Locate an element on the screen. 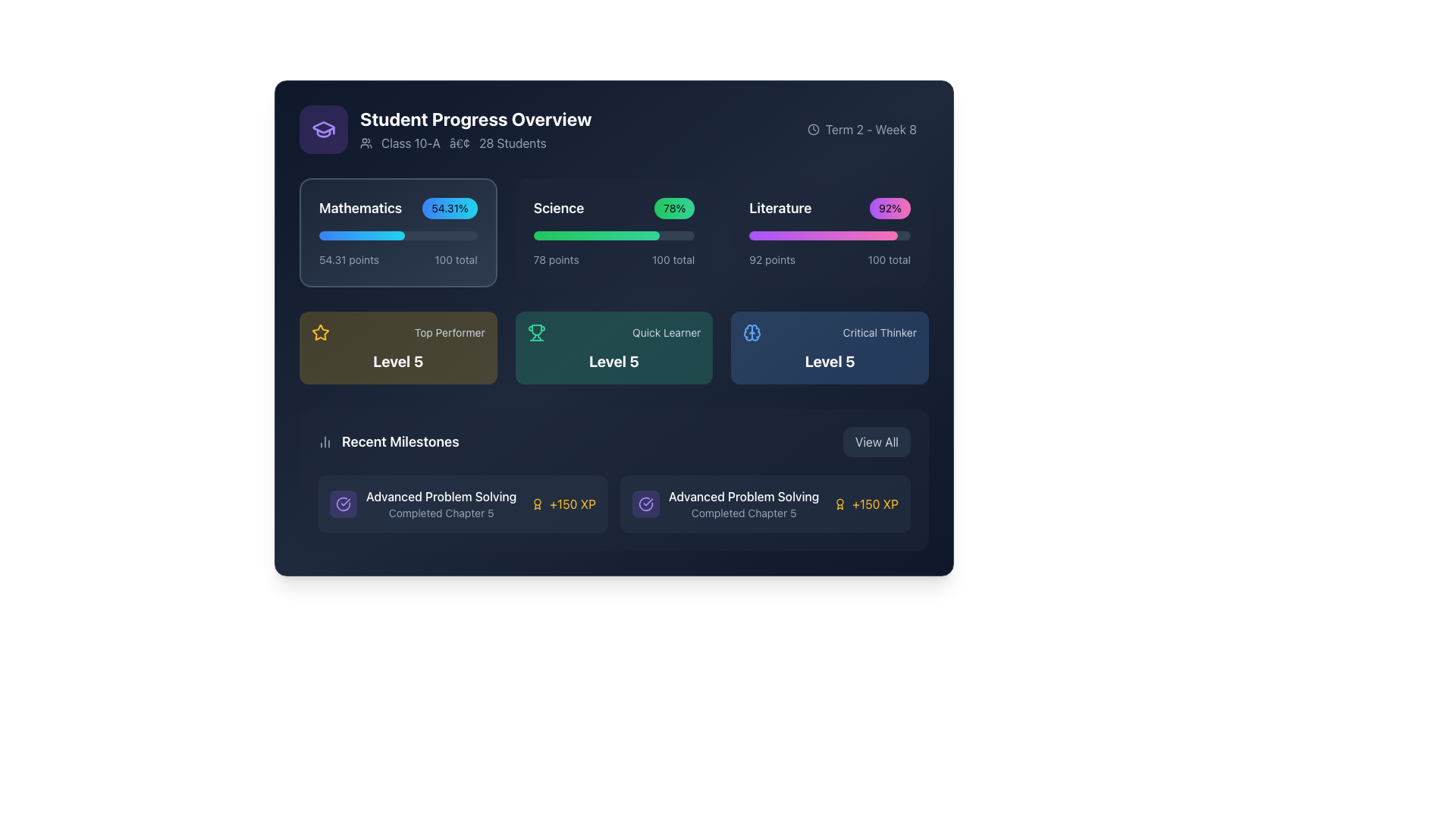 The height and width of the screenshot is (819, 1456). the 'Science' text label is located at coordinates (557, 208).